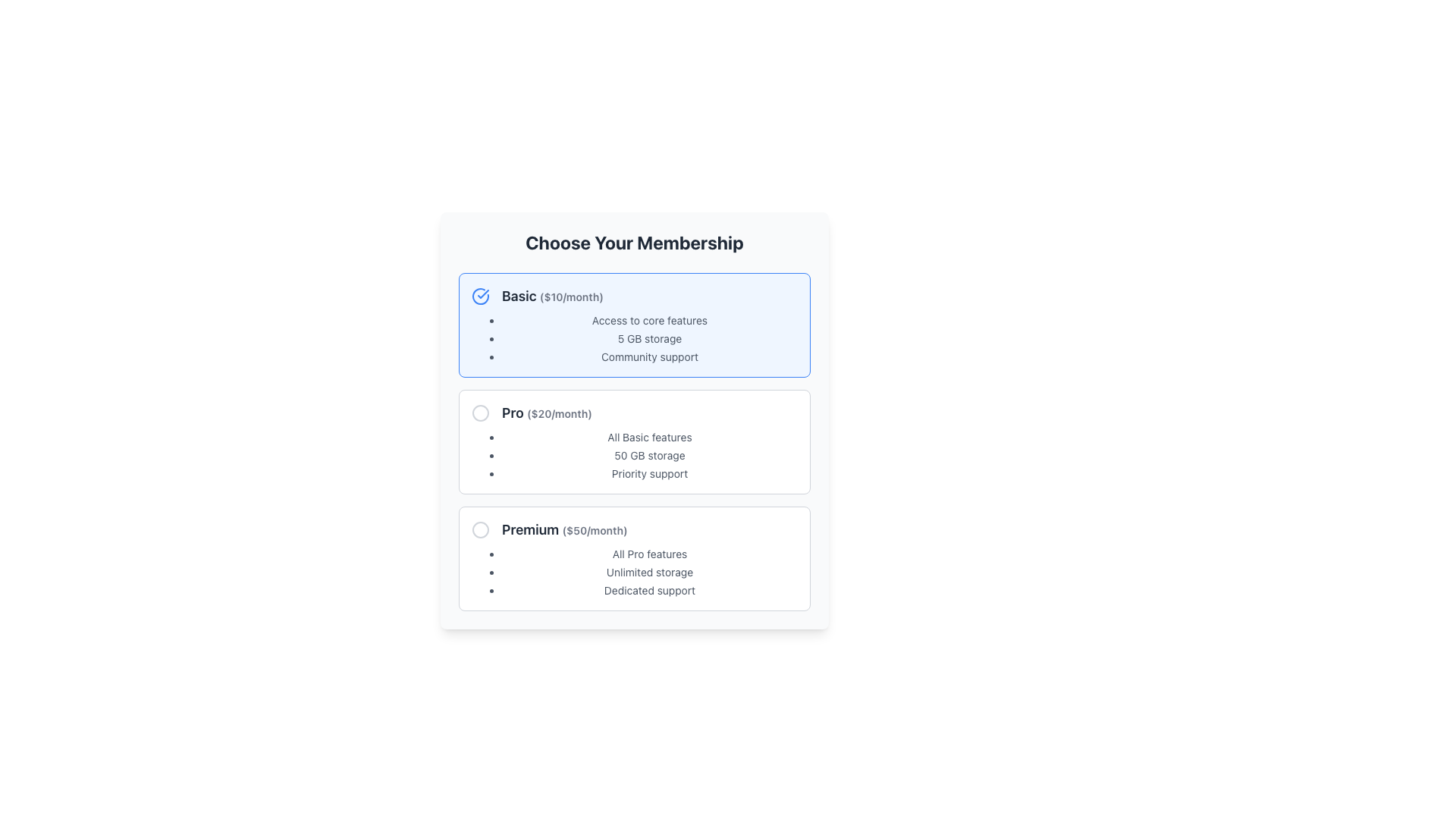 This screenshot has height=819, width=1456. I want to click on the checkmark icon indicating the selection of the 'Basic' membership option in the membership selection panel, so click(482, 294).